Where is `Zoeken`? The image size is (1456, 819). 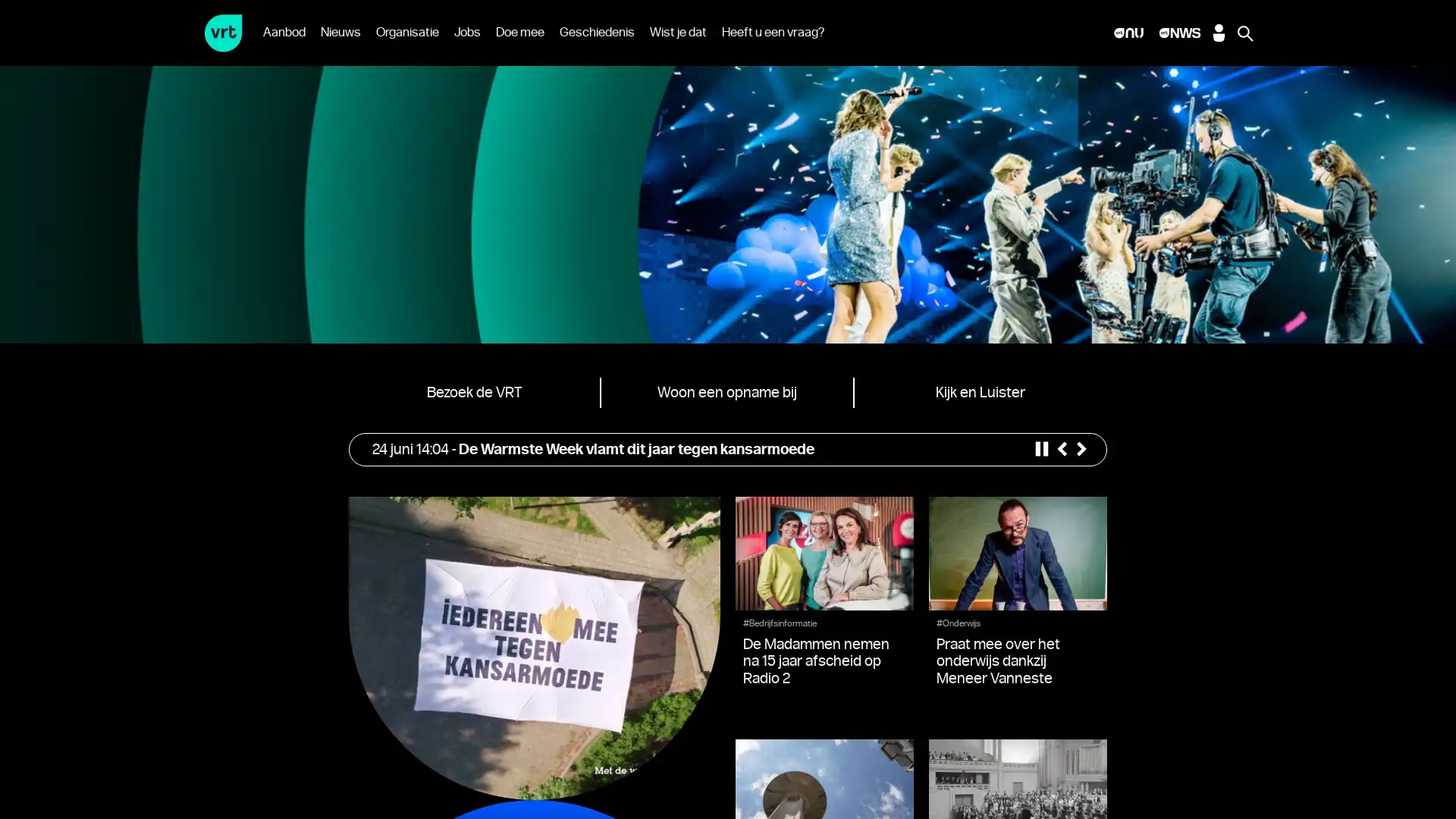
Zoeken is located at coordinates (1245, 32).